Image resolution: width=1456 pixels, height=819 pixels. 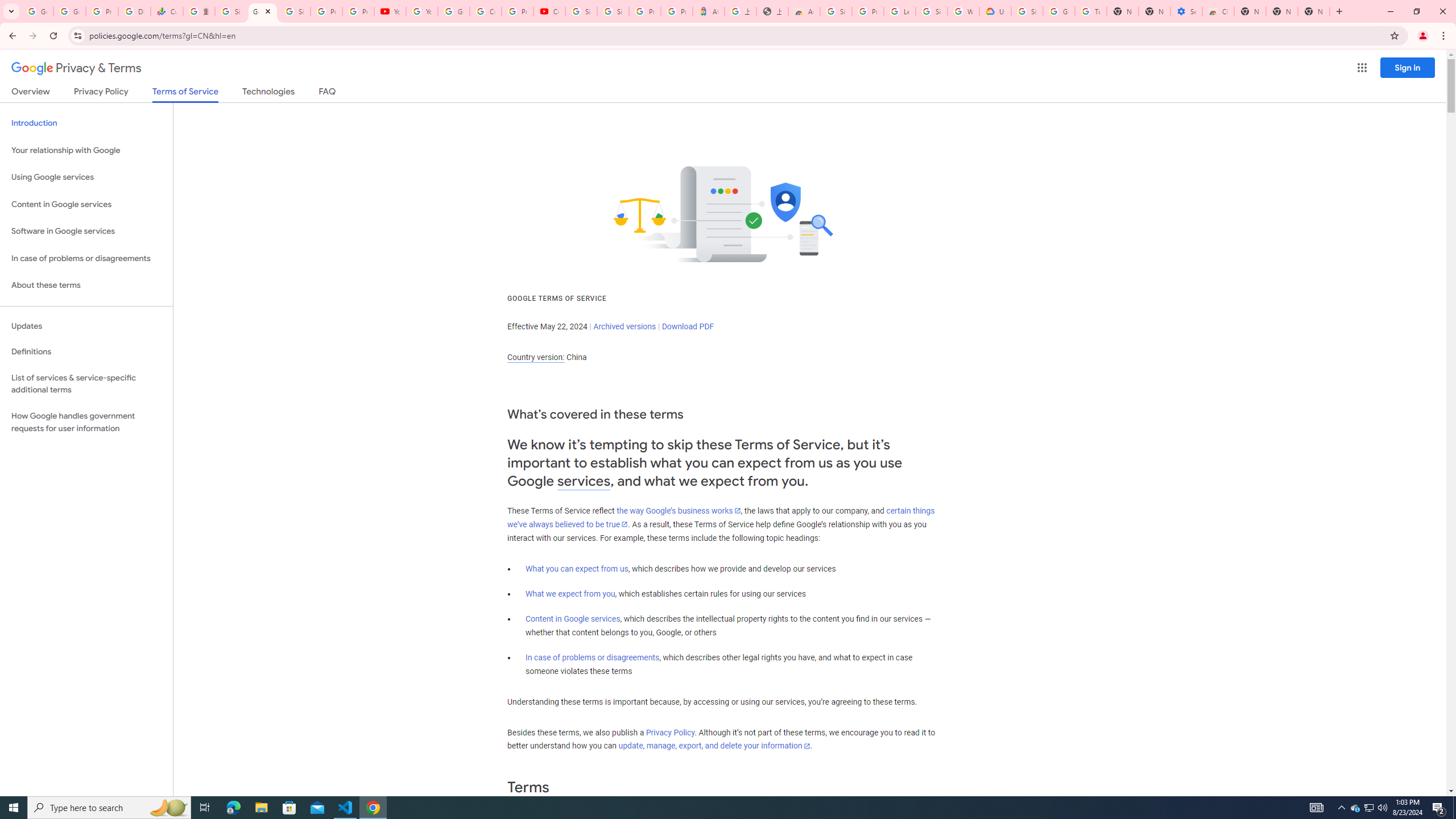 What do you see at coordinates (327, 93) in the screenshot?
I see `'FAQ'` at bounding box center [327, 93].